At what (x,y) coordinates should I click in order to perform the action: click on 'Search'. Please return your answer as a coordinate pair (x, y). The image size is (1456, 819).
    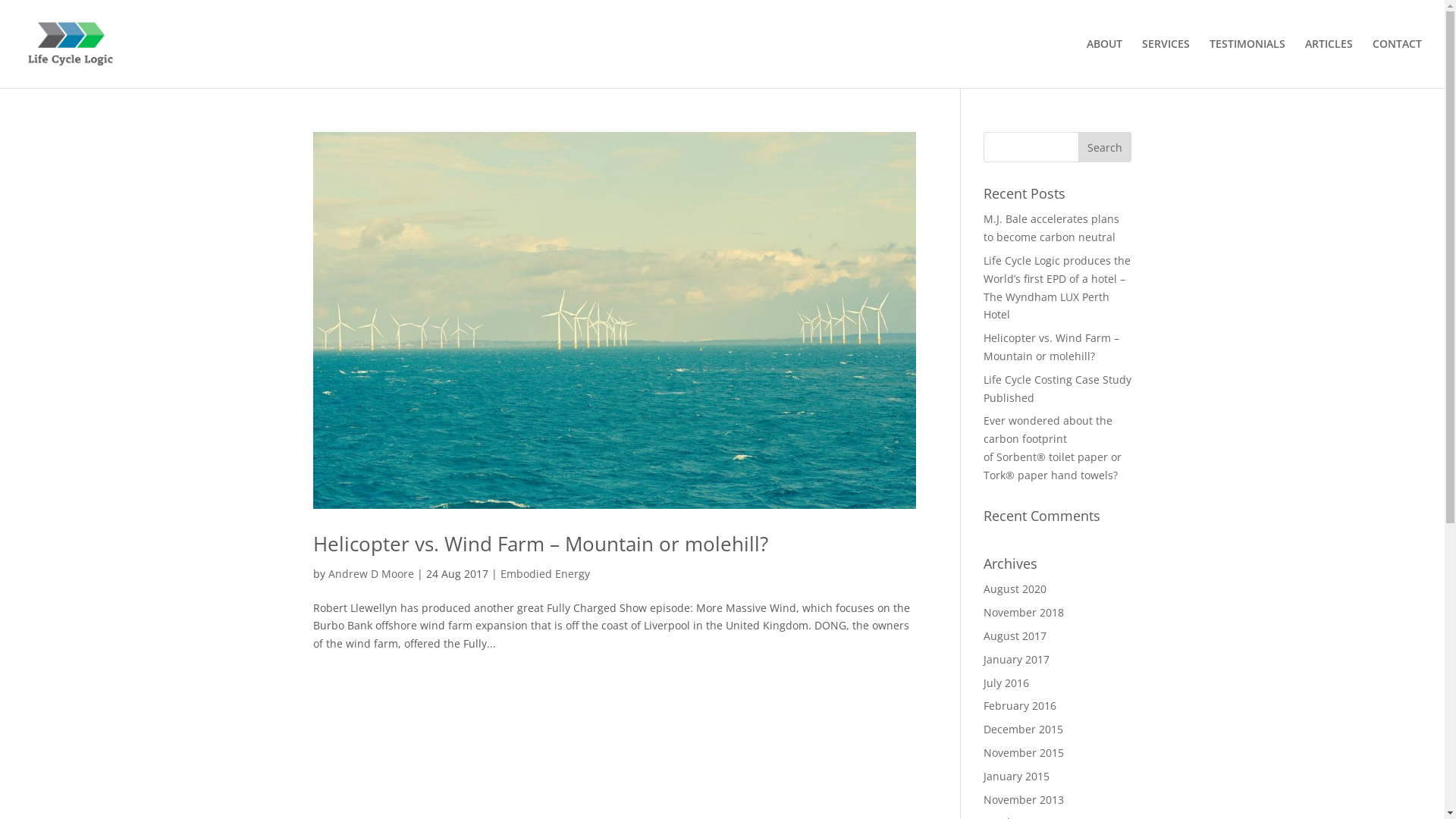
    Looking at the image, I should click on (1105, 146).